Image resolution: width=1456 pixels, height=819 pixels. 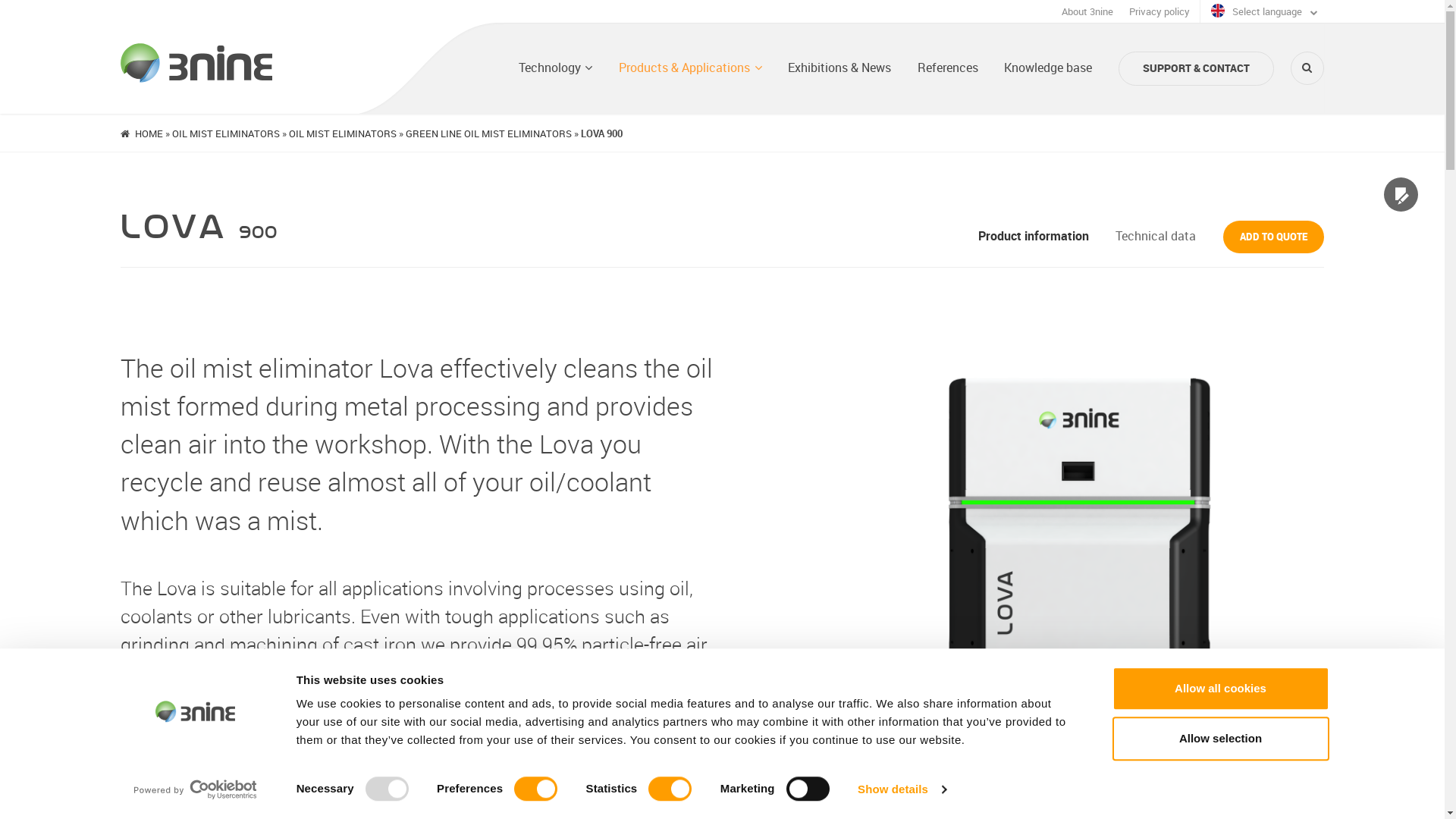 I want to click on 'Knowledge base', so click(x=1004, y=67).